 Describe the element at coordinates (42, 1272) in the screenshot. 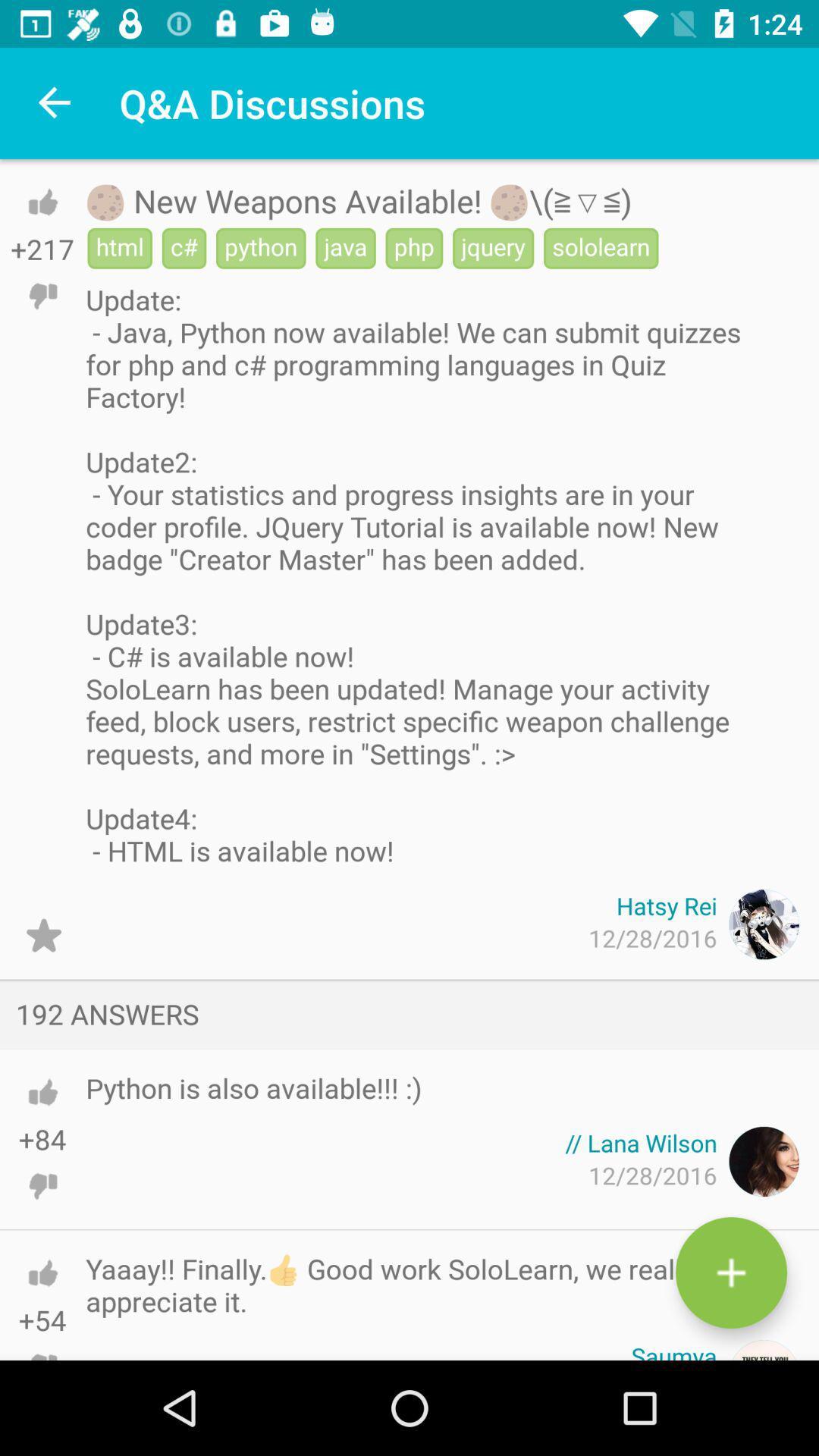

I see `thumbs up or like` at that location.